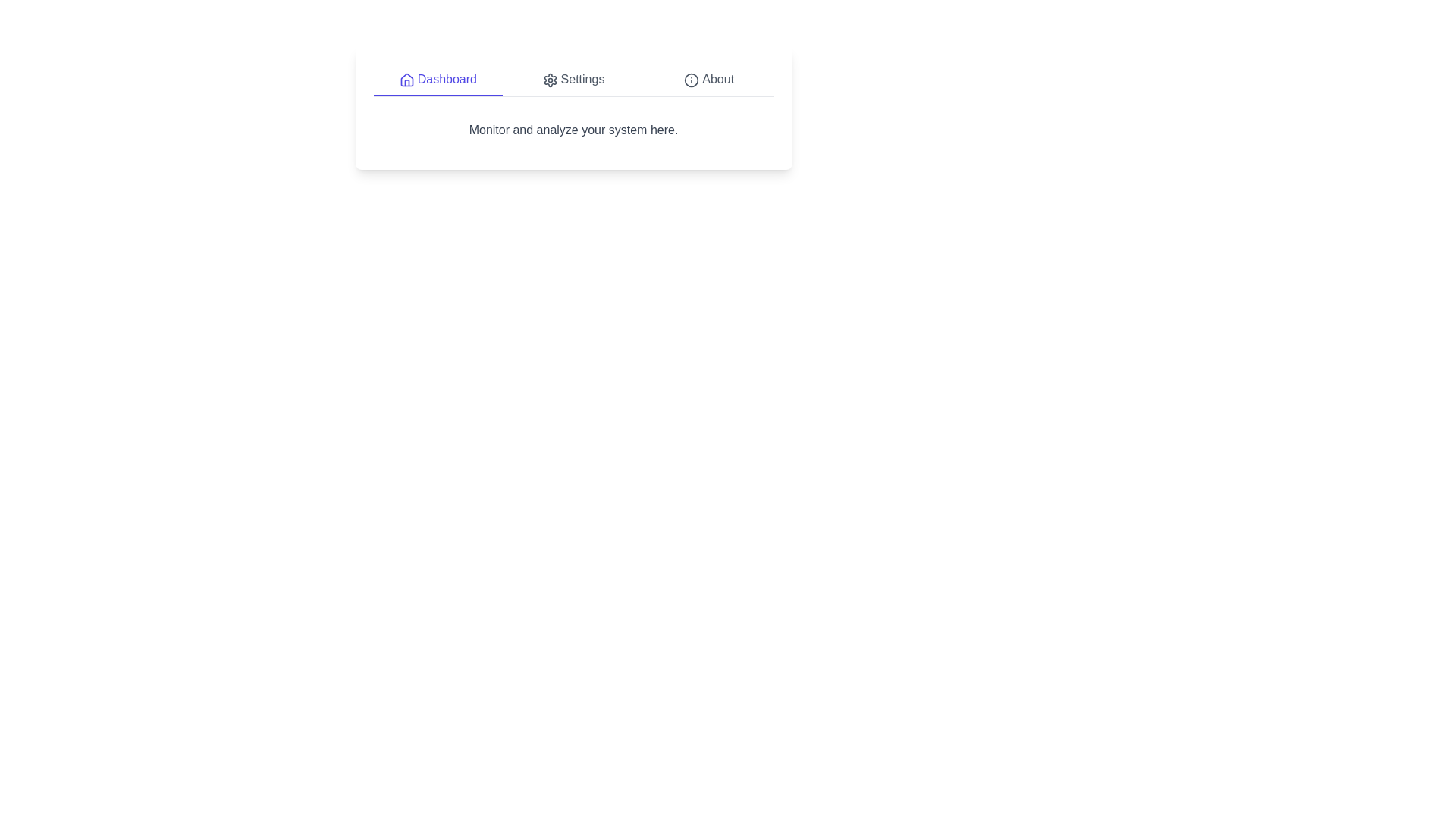  What do you see at coordinates (573, 80) in the screenshot?
I see `the tab labeled Settings to observe its visual change` at bounding box center [573, 80].